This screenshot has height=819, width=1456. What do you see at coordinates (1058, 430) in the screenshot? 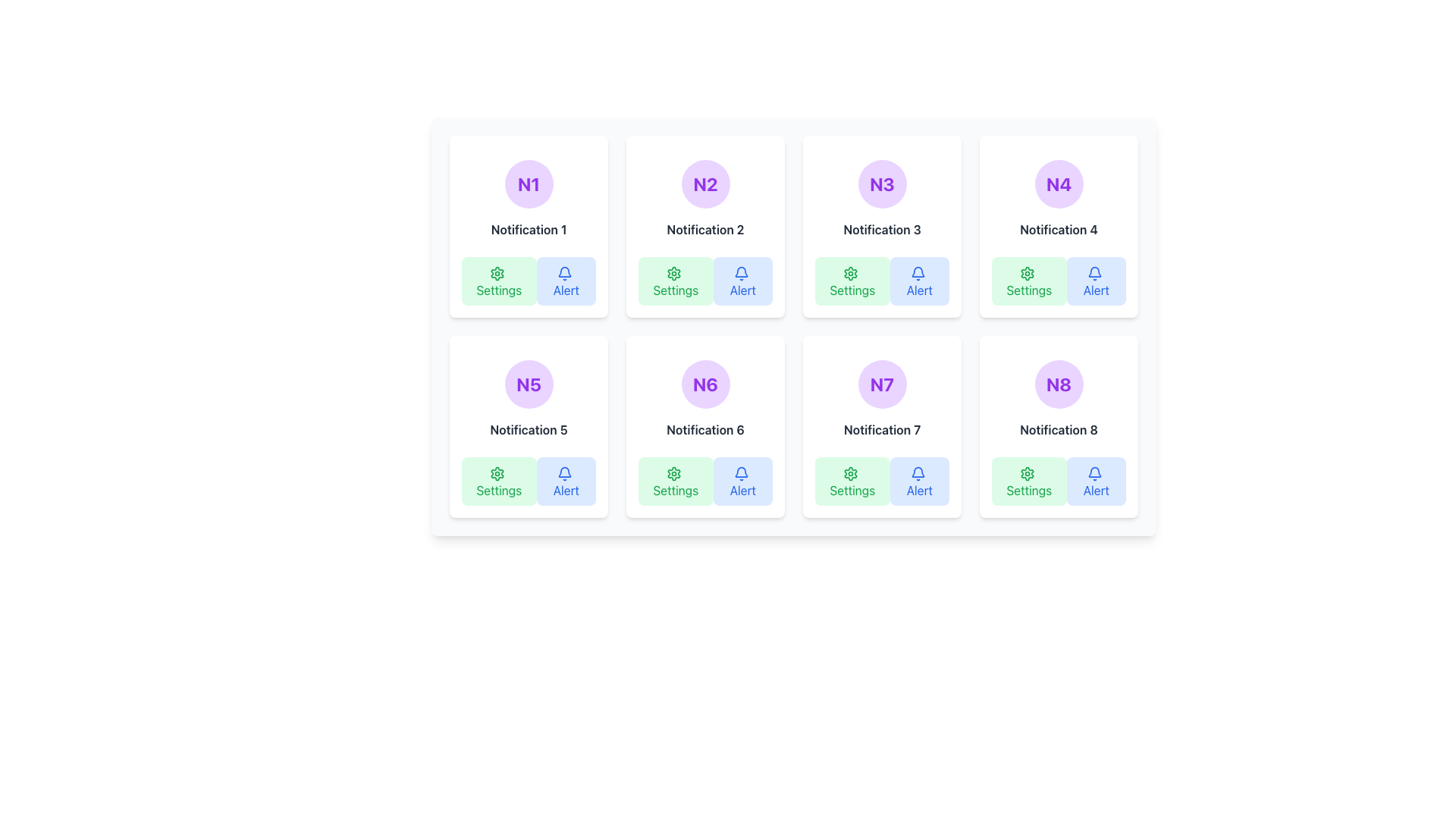
I see `the 'Notification 8' text label, which is styled with a bold font and dark gray color, located at the bottom of the eighth card in the grid layout` at bounding box center [1058, 430].